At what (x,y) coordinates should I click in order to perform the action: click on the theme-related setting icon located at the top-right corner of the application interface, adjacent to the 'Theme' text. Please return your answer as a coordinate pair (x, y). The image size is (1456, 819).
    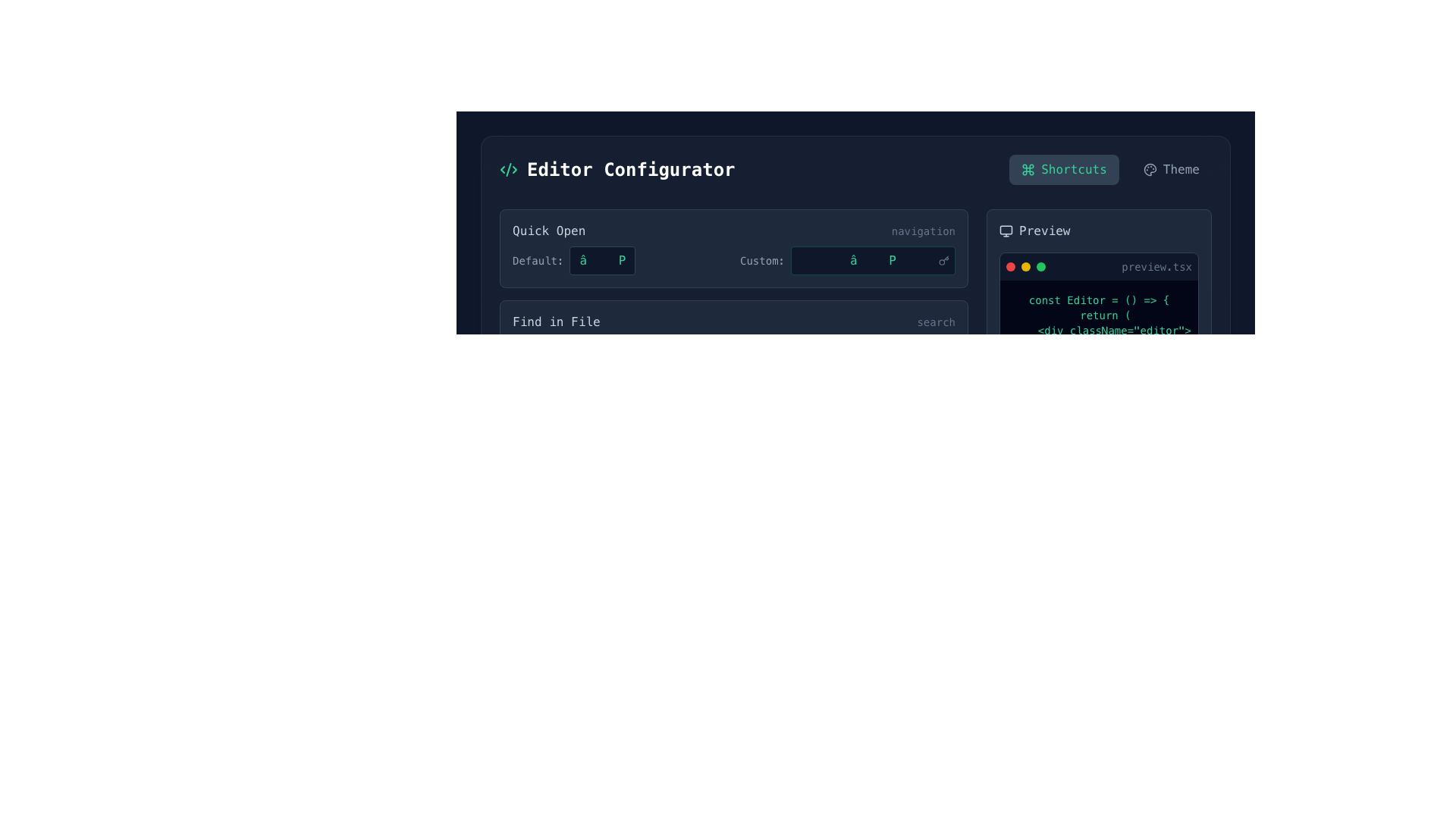
    Looking at the image, I should click on (1150, 169).